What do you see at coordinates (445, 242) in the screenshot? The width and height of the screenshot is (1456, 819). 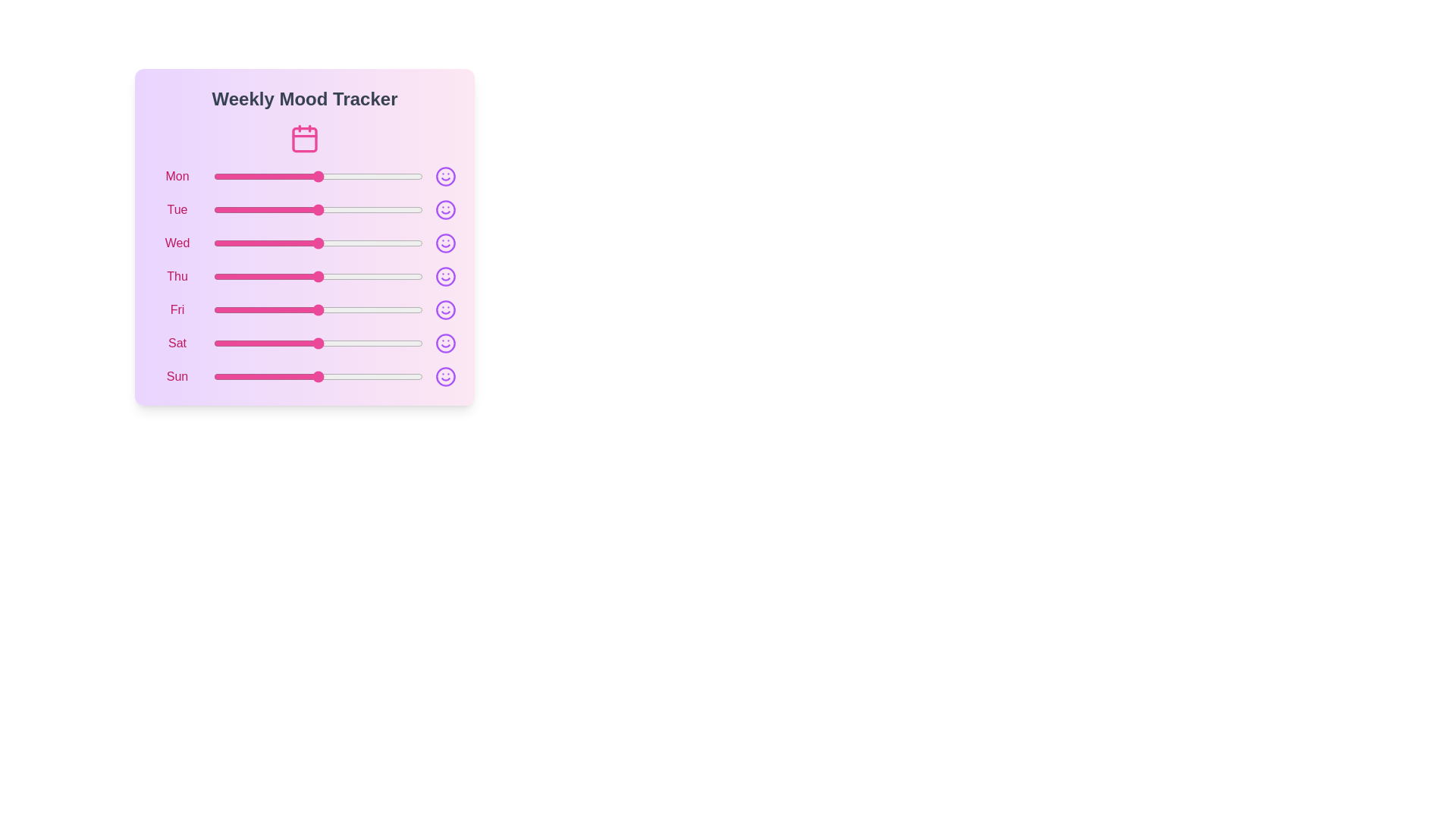 I see `the smiley icon corresponding to the day Wed` at bounding box center [445, 242].